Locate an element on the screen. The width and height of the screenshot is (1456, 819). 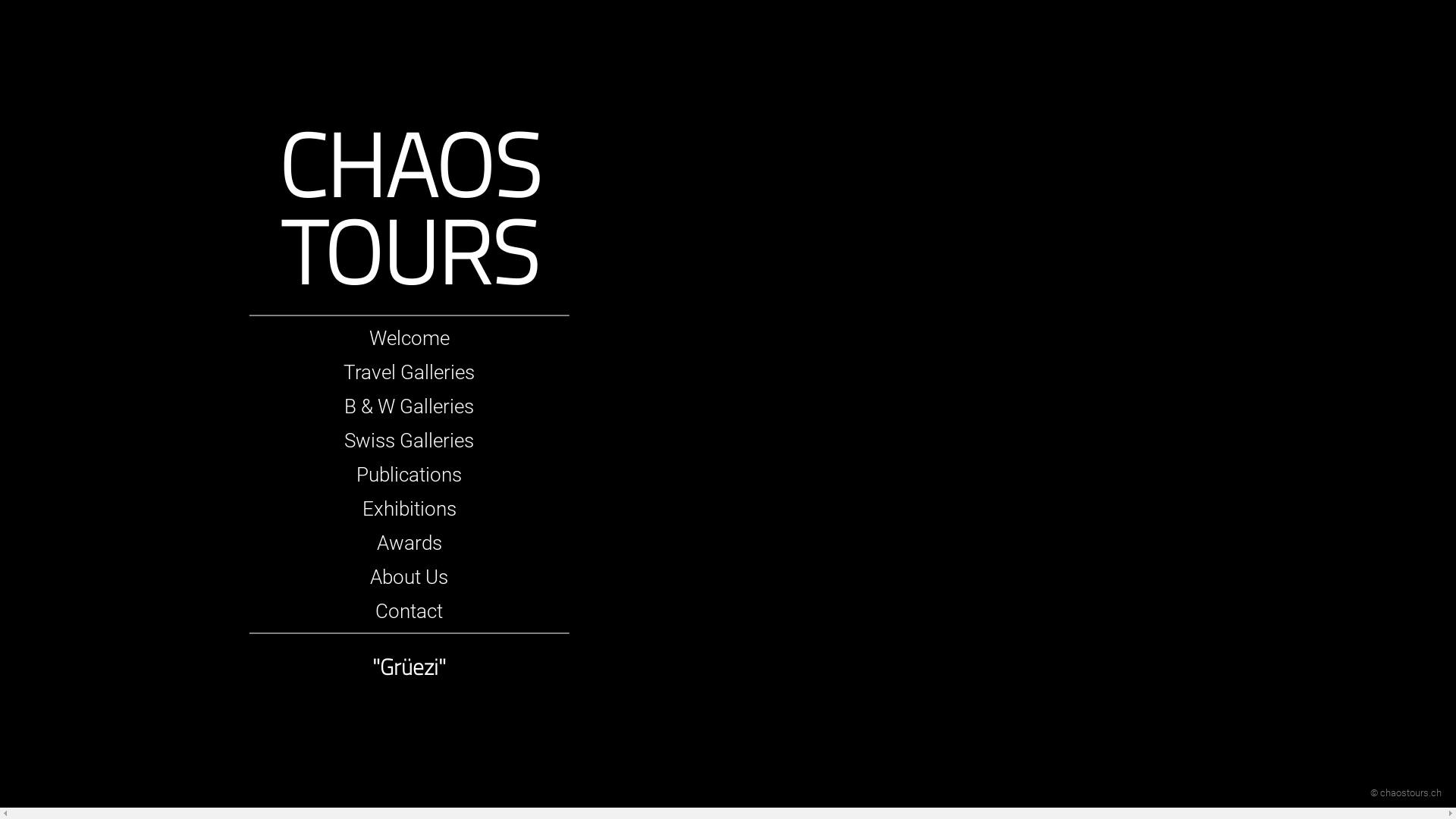
'About Us' is located at coordinates (409, 576).